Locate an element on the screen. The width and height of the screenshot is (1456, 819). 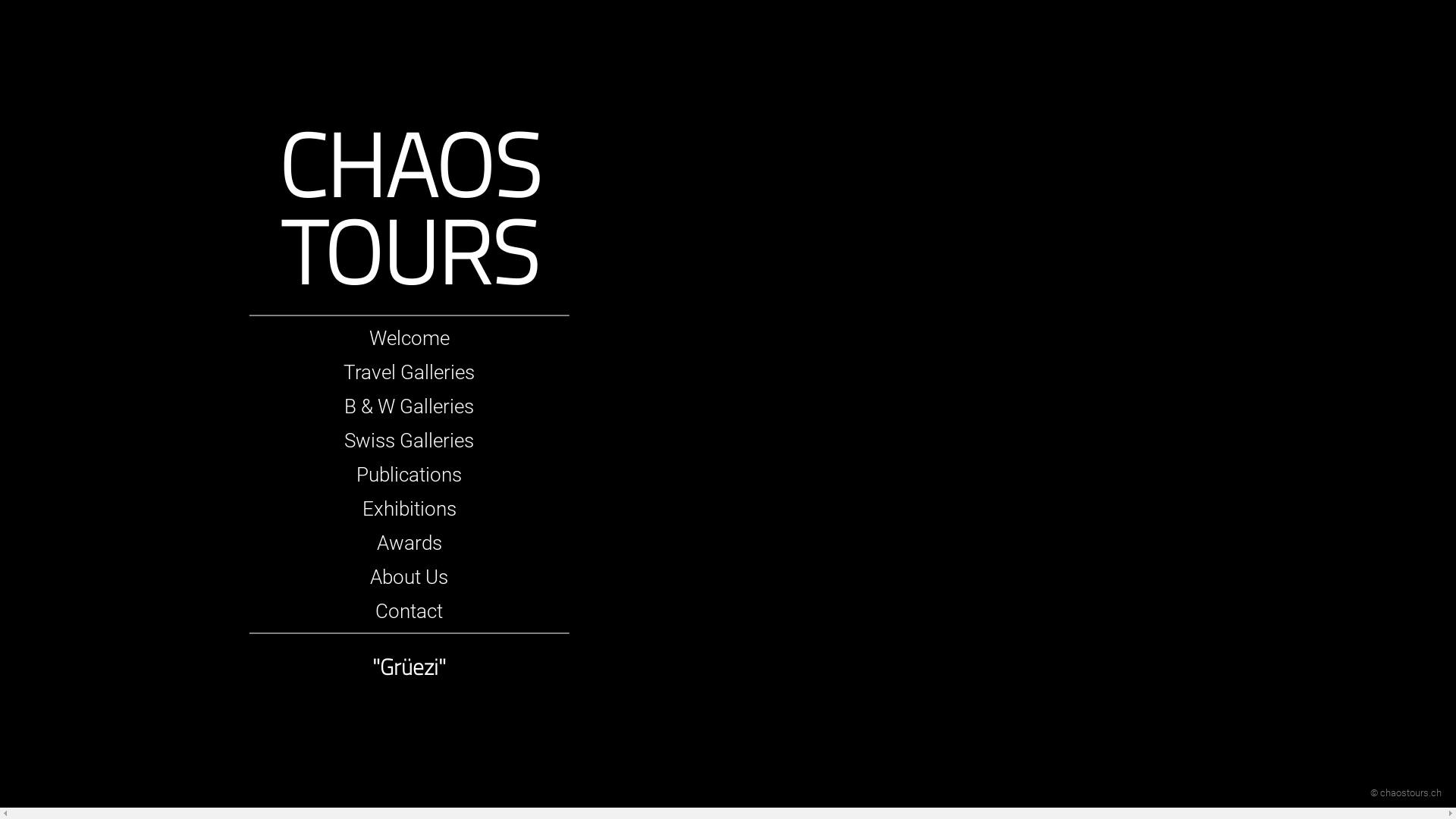
'About Us' is located at coordinates (409, 576).